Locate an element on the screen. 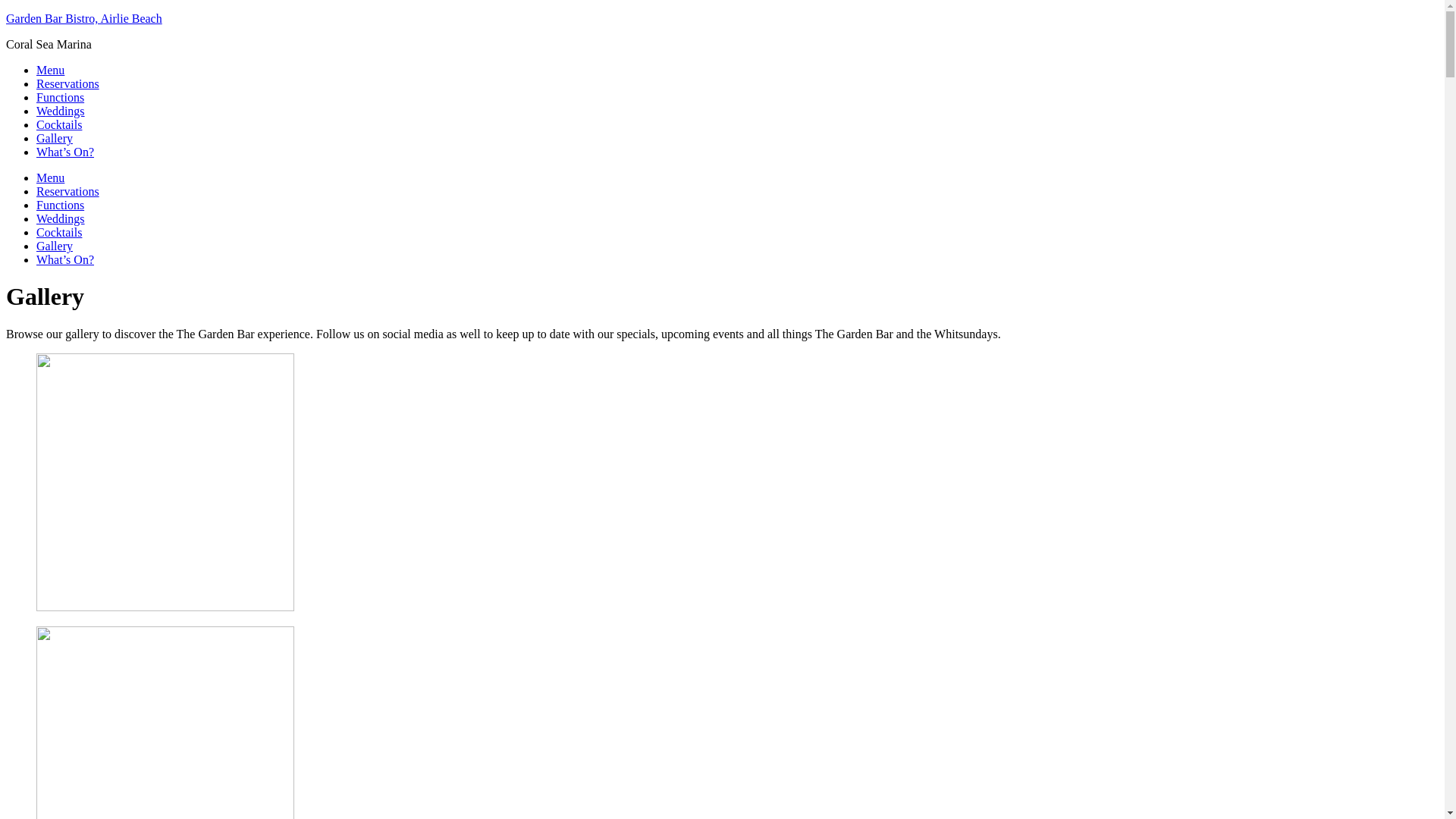 This screenshot has width=1456, height=819. 'Functions' is located at coordinates (60, 97).